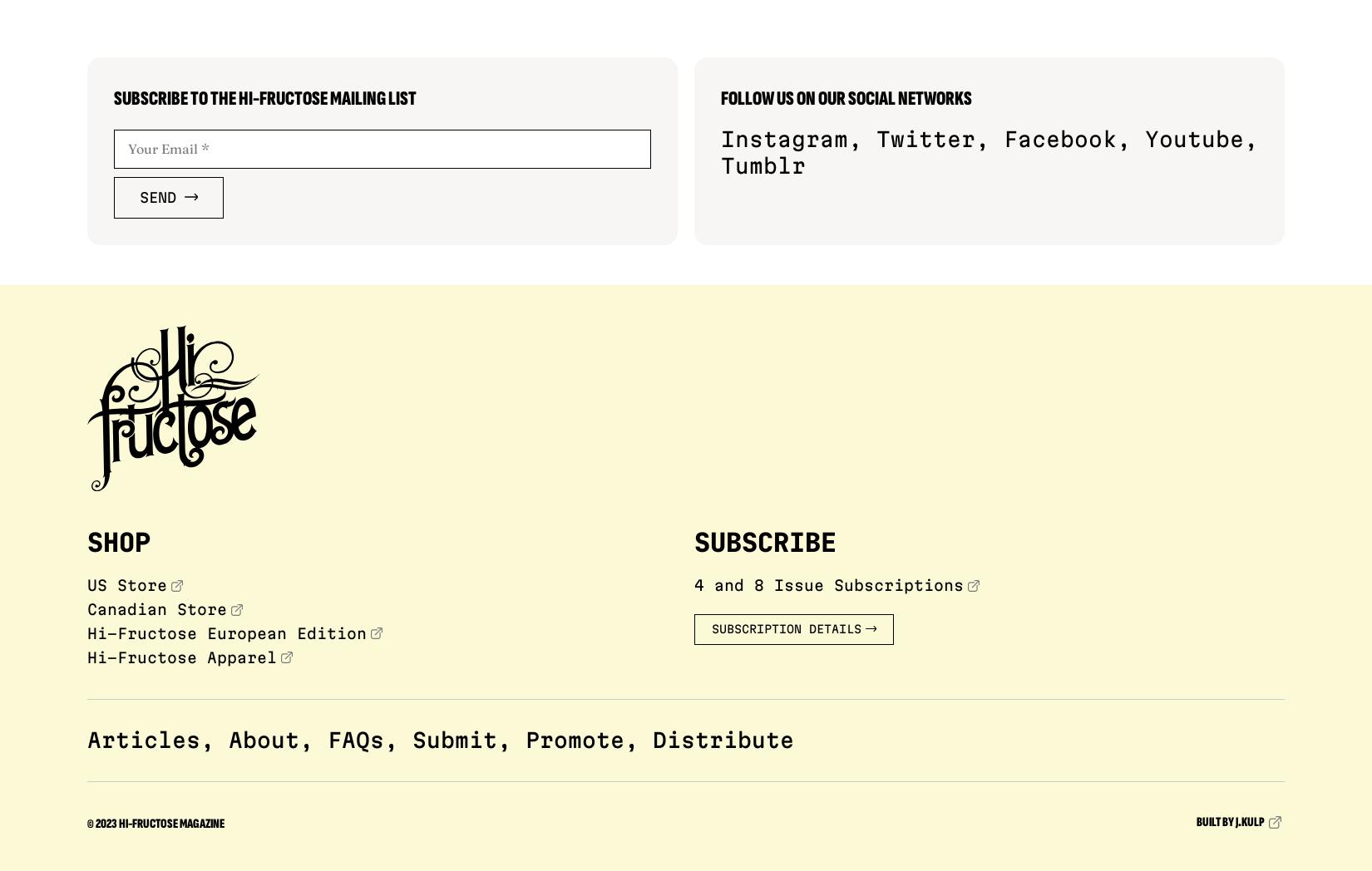 Image resolution: width=1372 pixels, height=871 pixels. What do you see at coordinates (846, 97) in the screenshot?
I see `'Follow us on our social networks'` at bounding box center [846, 97].